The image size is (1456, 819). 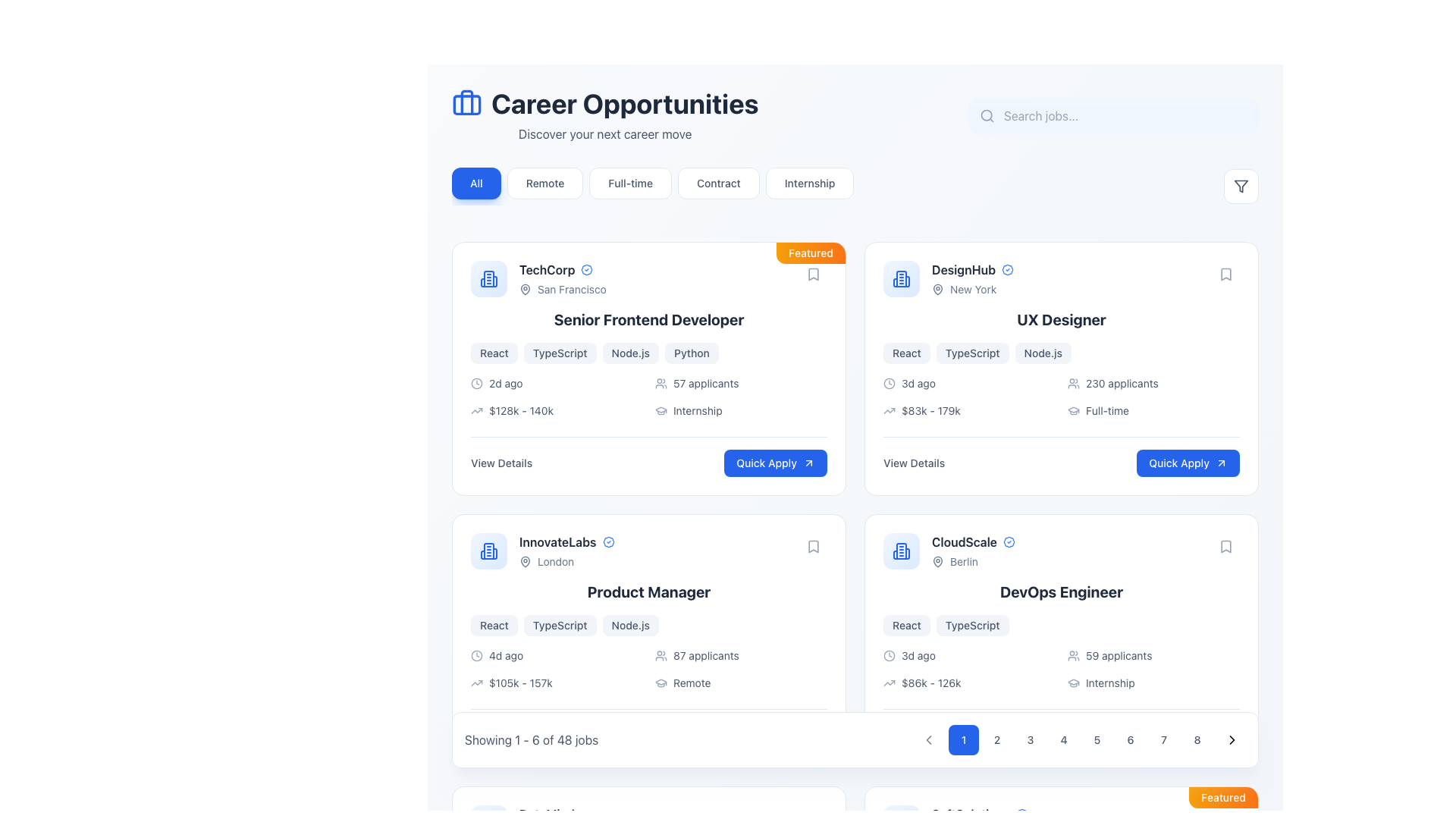 What do you see at coordinates (630, 626) in the screenshot?
I see `the 'Node.js' tag, which is a rounded rectangular tag with a light gray background and dark gray text, positioned between the 'TypeScript' tag and subsequent content` at bounding box center [630, 626].